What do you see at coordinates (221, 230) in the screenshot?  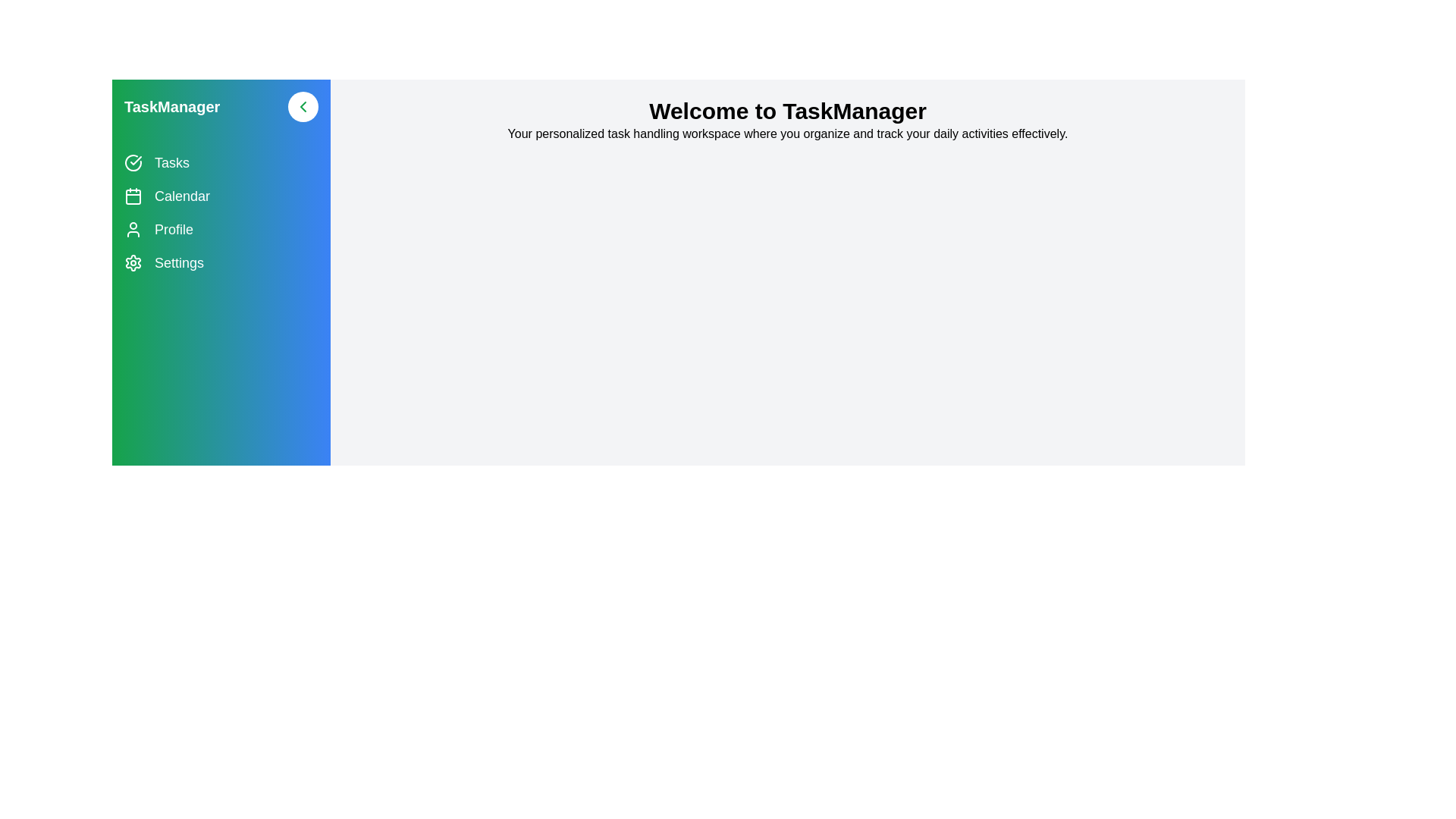 I see `the navigation item Profile to navigate to the corresponding section` at bounding box center [221, 230].